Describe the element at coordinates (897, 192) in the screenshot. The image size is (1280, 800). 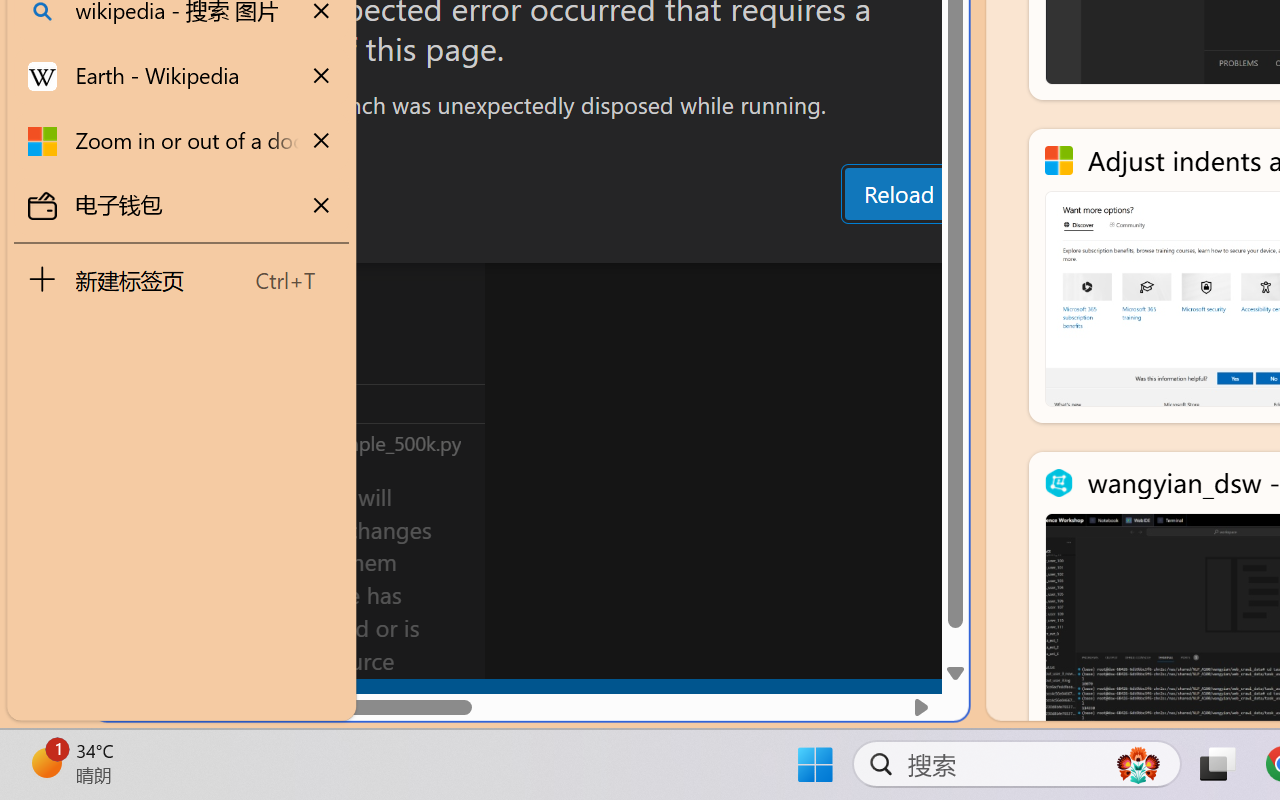
I see `'Reload'` at that location.